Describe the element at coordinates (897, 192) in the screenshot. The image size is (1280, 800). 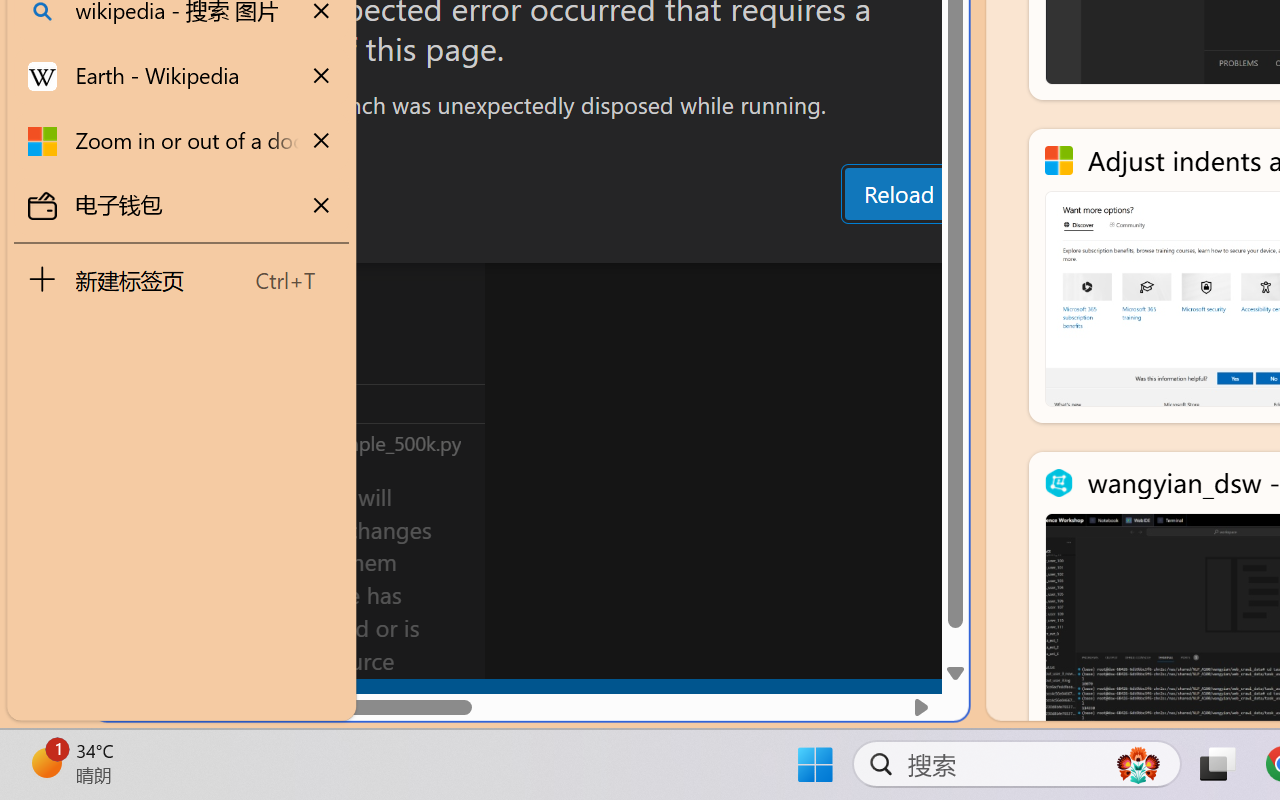
I see `'Reload'` at that location.